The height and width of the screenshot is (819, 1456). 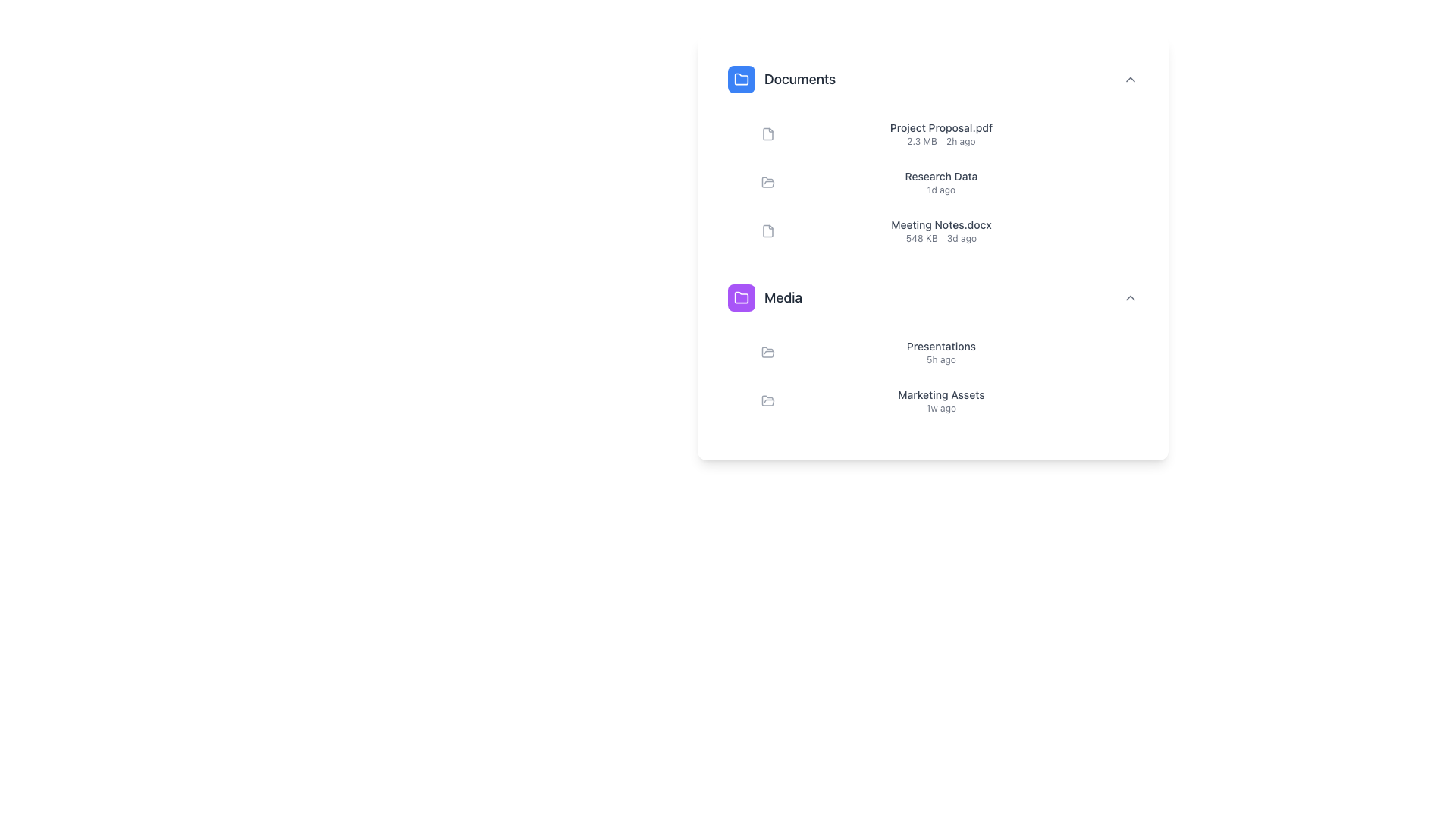 I want to click on the Icon button that serves as a visual identifier for the 'Media' section, located on the left side of the row titled 'Media', so click(x=742, y=298).